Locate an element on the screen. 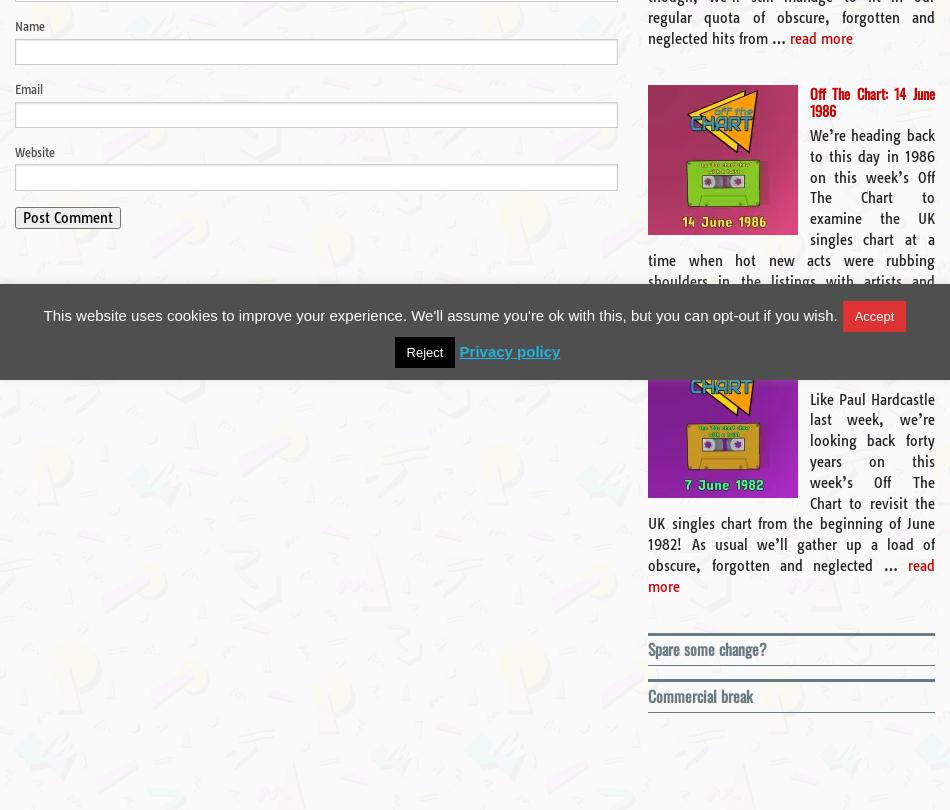  'Like Paul Hardcastle last week, we’re looking back forty years on this week’s Off The Chart to revisit the UK singles chart from the beginning of June 1982! As usual we’ll gather up a load of obscure, forgotten and neglected …' is located at coordinates (789, 482).